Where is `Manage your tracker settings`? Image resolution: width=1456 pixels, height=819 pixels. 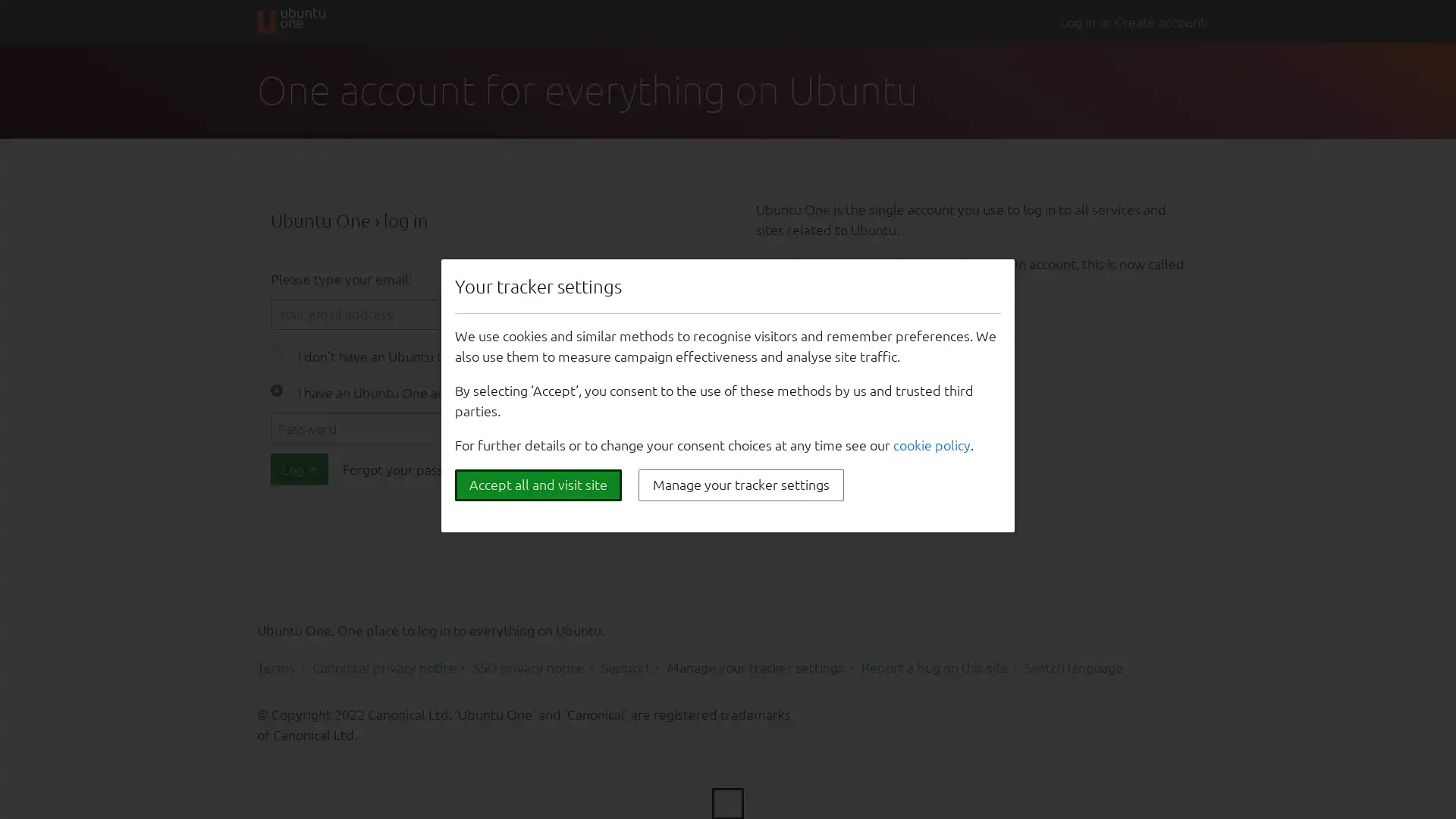 Manage your tracker settings is located at coordinates (741, 485).